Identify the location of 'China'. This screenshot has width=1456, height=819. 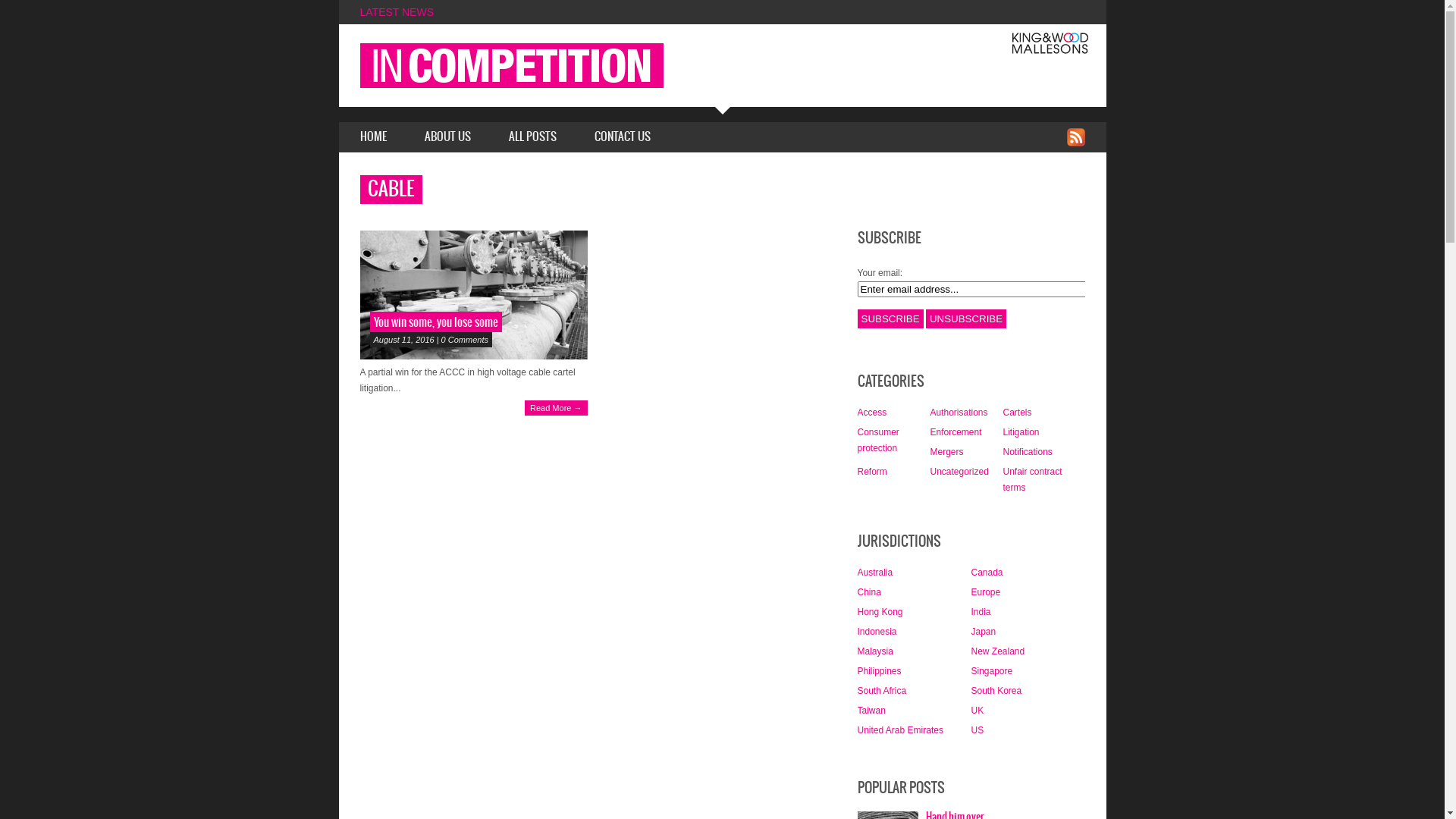
(868, 591).